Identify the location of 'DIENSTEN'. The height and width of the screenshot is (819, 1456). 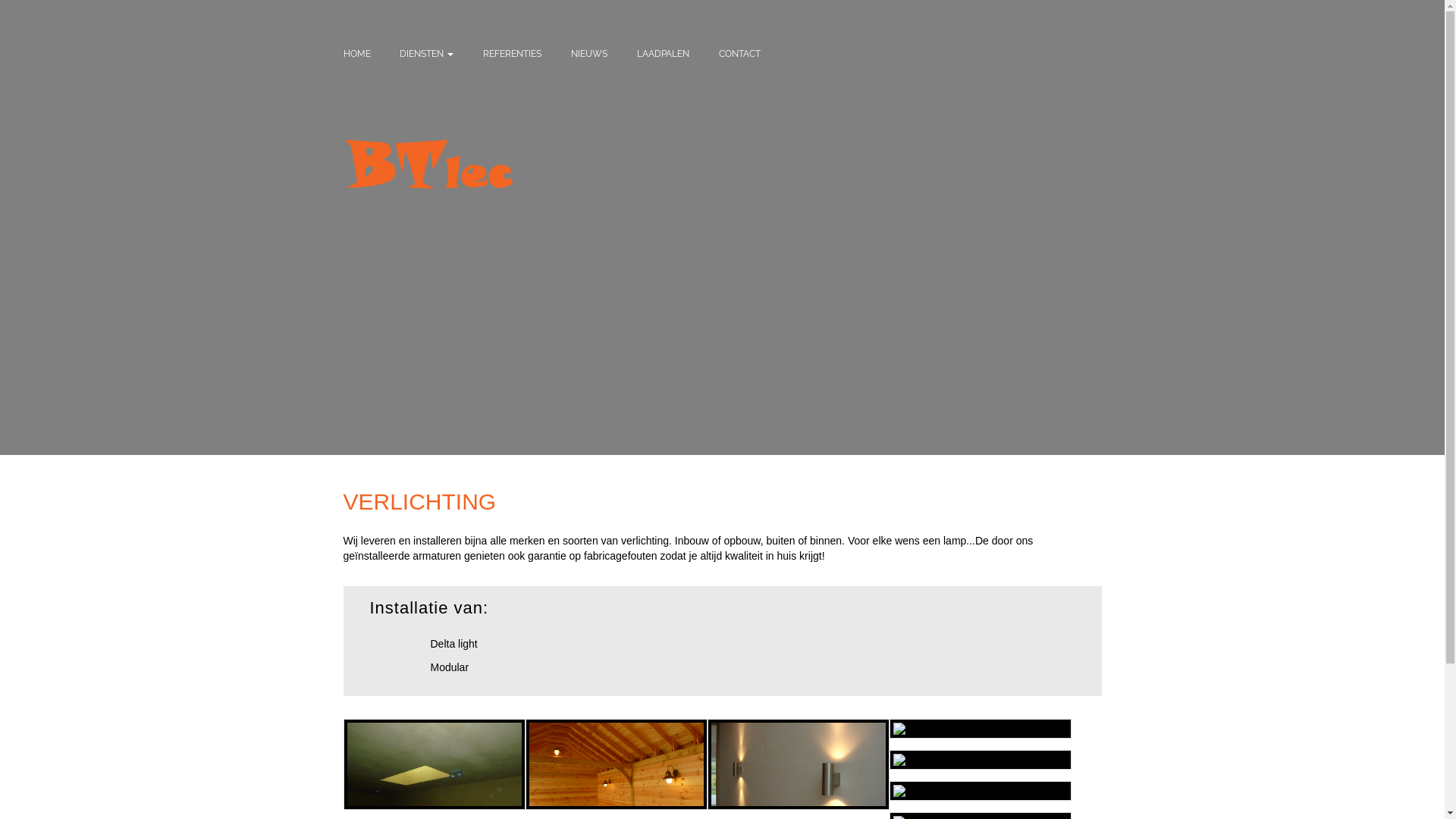
(425, 52).